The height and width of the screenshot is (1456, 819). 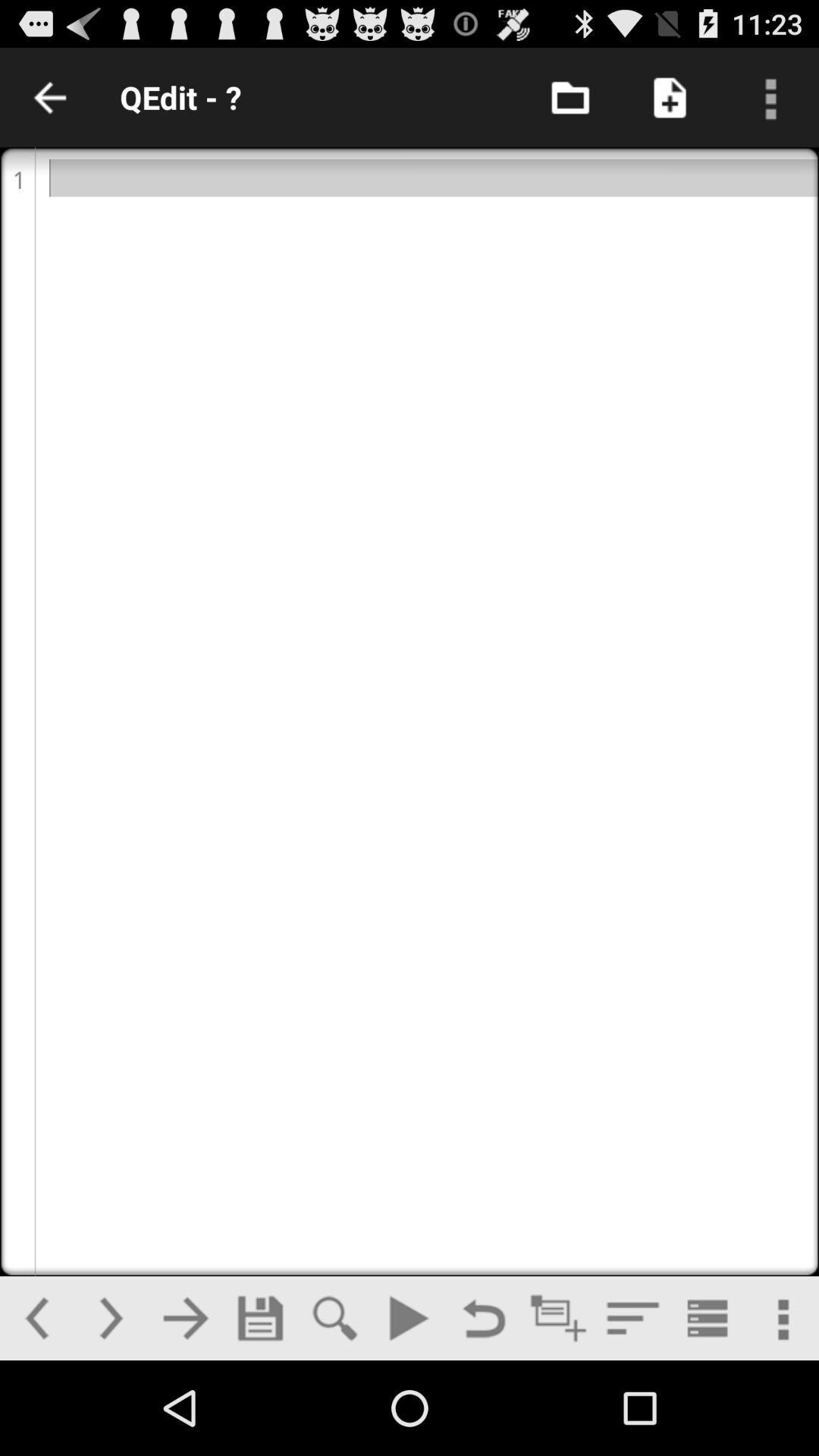 I want to click on the more icon, so click(x=781, y=1410).